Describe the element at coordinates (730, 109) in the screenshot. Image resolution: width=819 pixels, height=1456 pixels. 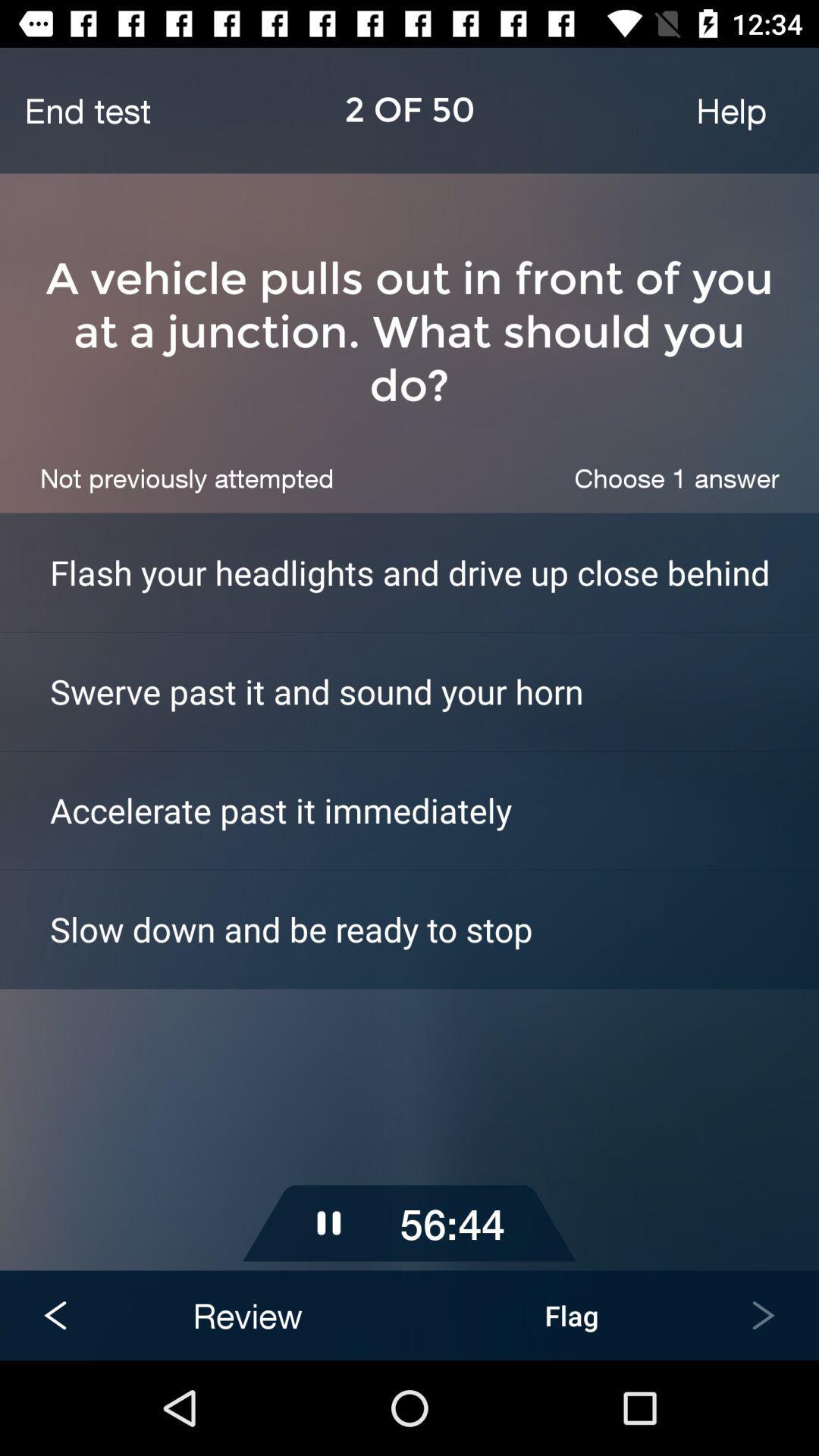
I see `the item next to end test icon` at that location.